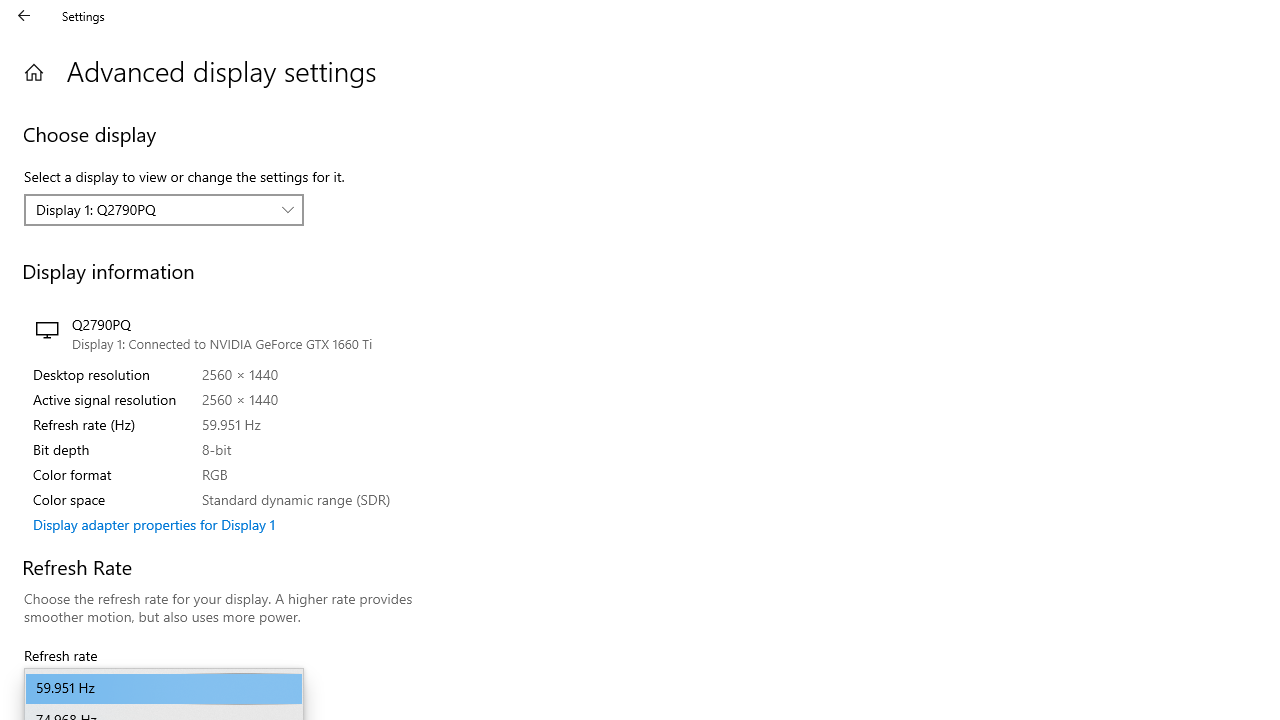  Describe the element at coordinates (164, 688) in the screenshot. I see `'59.951 Hz'` at that location.